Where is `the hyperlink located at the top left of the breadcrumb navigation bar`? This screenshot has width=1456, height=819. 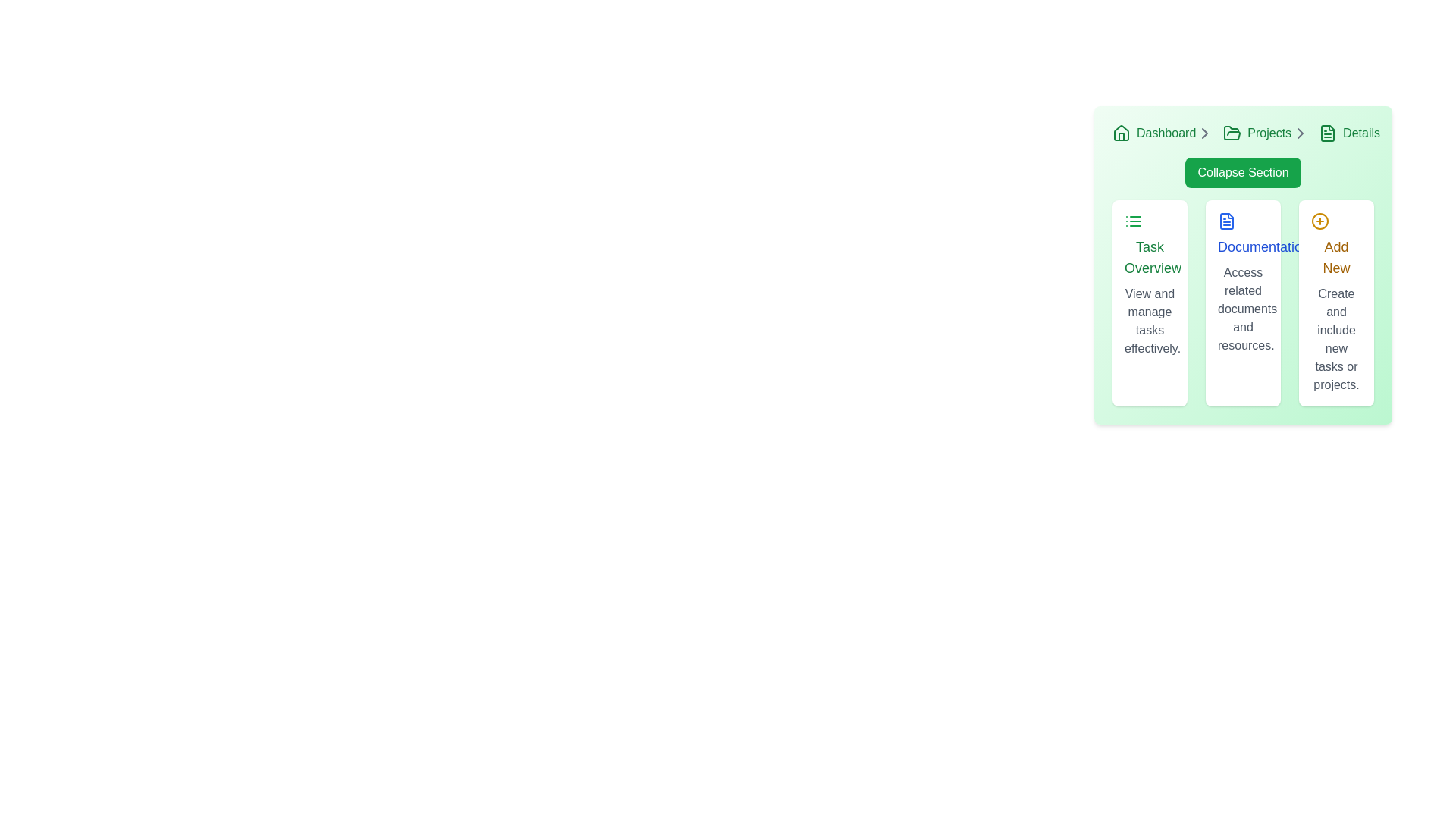 the hyperlink located at the top left of the breadcrumb navigation bar is located at coordinates (1153, 133).